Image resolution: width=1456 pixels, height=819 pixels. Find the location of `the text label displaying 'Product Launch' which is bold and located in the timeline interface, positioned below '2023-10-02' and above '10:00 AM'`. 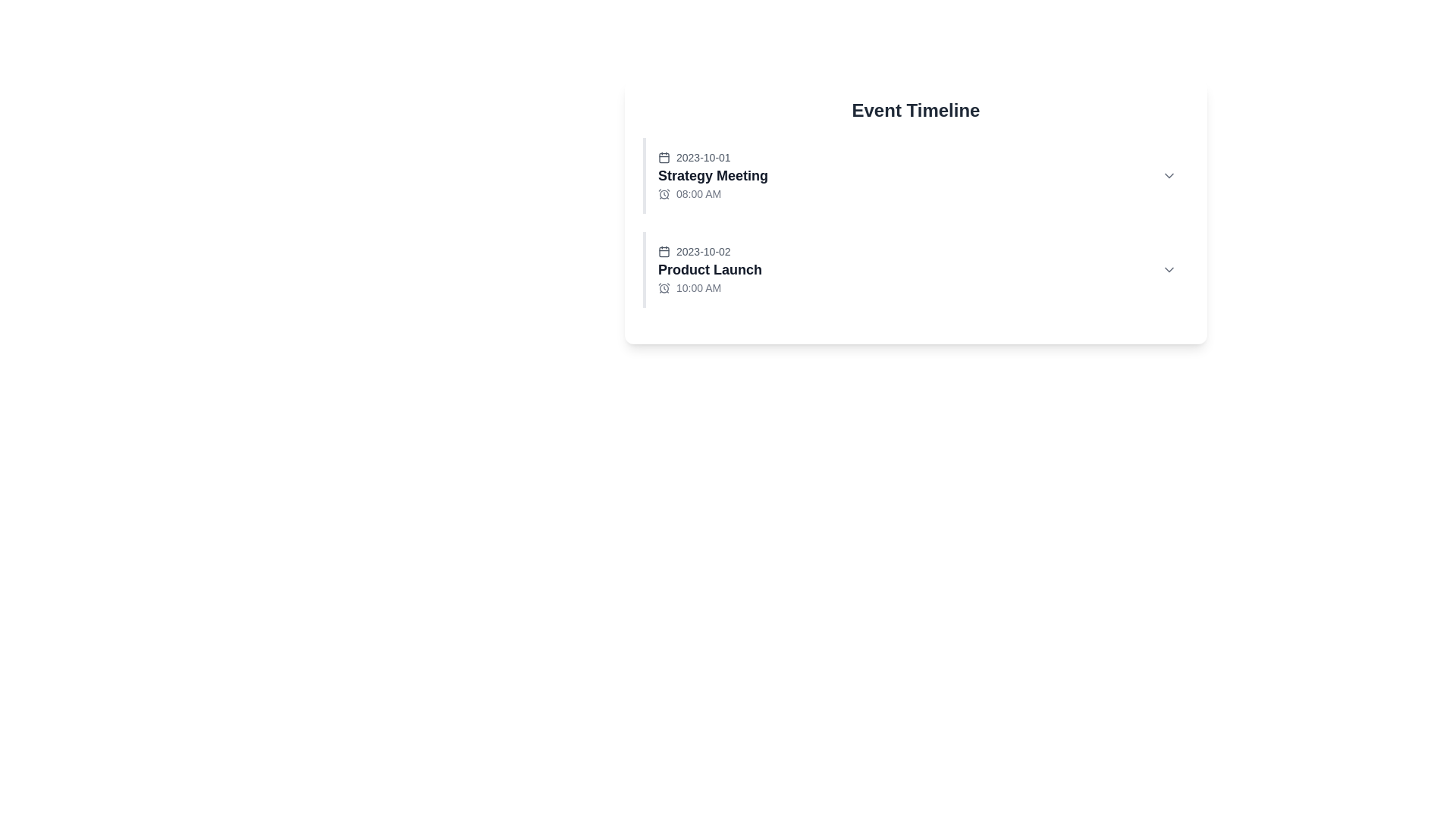

the text label displaying 'Product Launch' which is bold and located in the timeline interface, positioned below '2023-10-02' and above '10:00 AM' is located at coordinates (709, 268).